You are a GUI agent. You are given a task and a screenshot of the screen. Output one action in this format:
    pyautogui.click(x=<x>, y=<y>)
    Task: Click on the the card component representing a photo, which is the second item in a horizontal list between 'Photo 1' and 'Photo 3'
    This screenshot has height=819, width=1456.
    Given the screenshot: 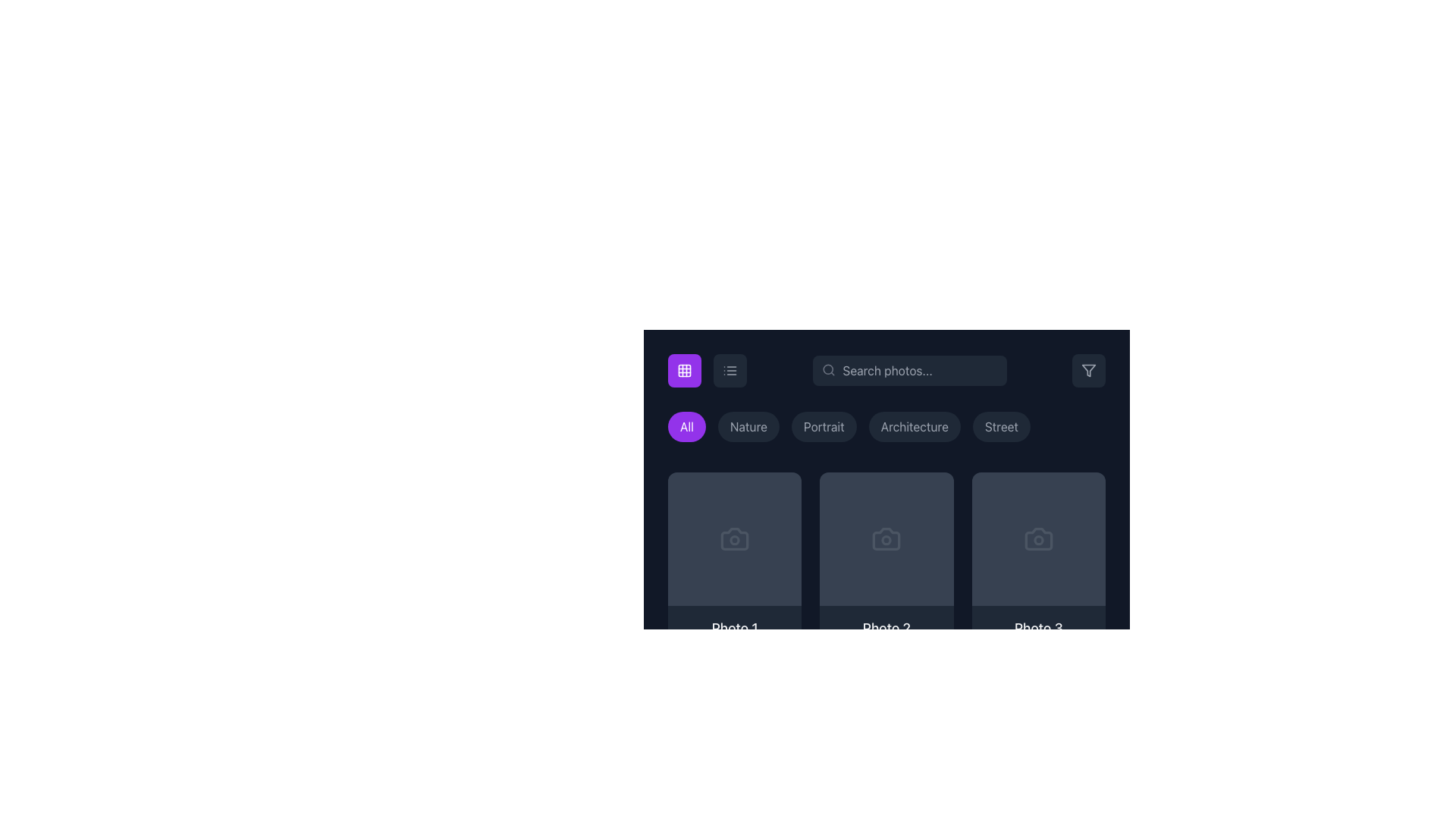 What is the action you would take?
    pyautogui.click(x=886, y=648)
    